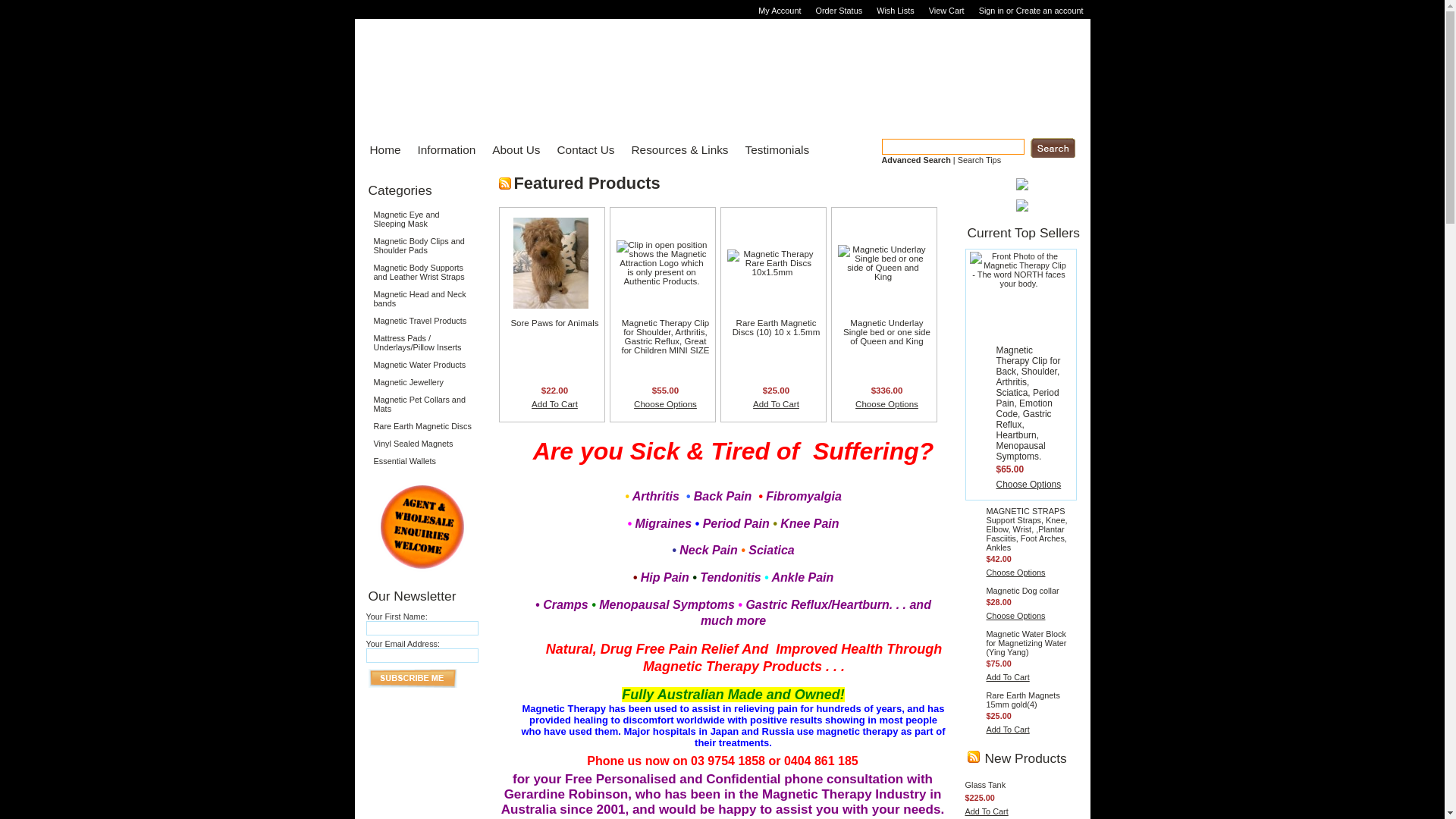 The width and height of the screenshot is (1456, 819). I want to click on 'Resources & Links', so click(673, 149).